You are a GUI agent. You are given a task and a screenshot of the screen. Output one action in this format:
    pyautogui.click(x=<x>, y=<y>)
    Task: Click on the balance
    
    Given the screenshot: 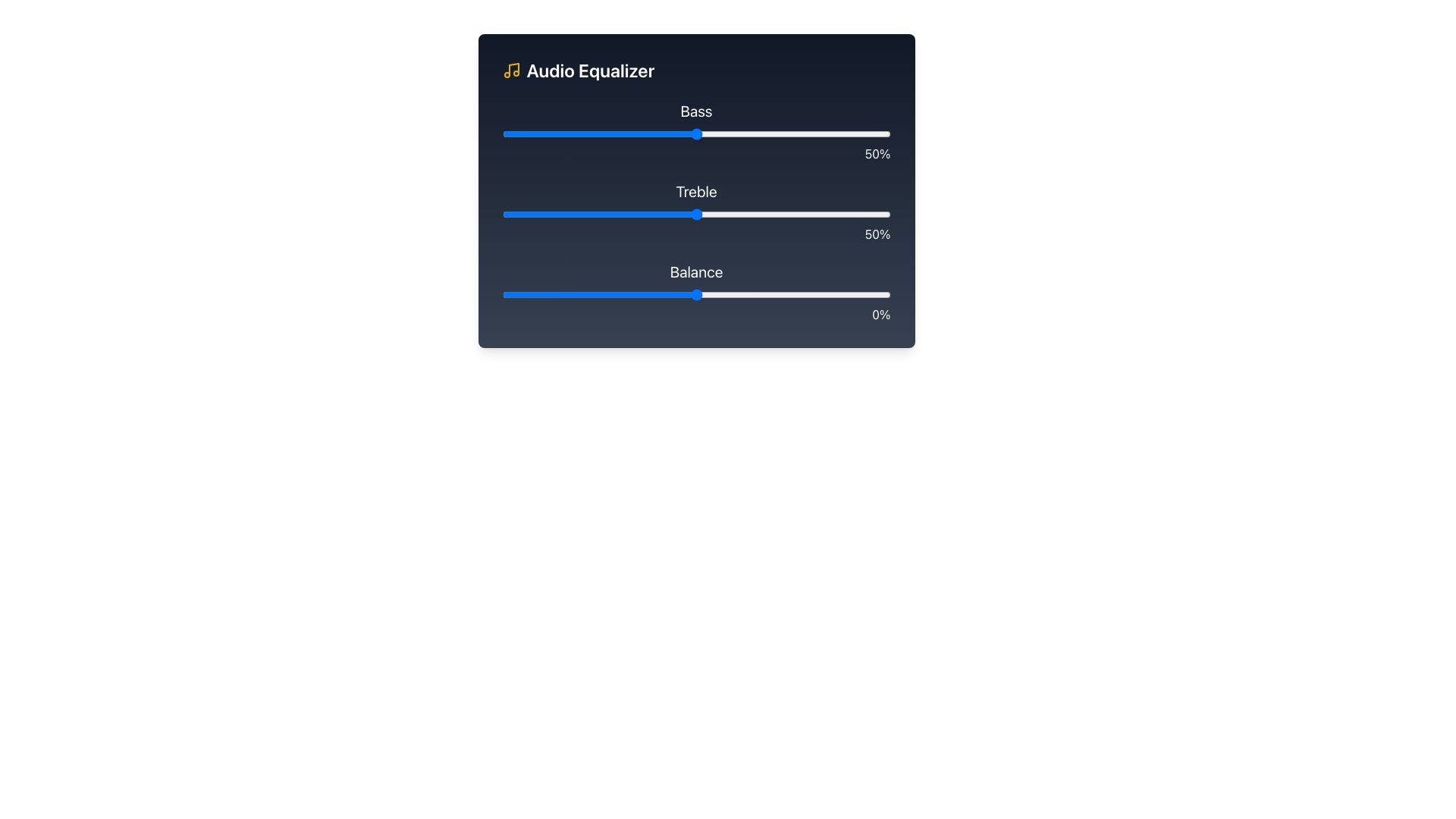 What is the action you would take?
    pyautogui.click(x=692, y=295)
    